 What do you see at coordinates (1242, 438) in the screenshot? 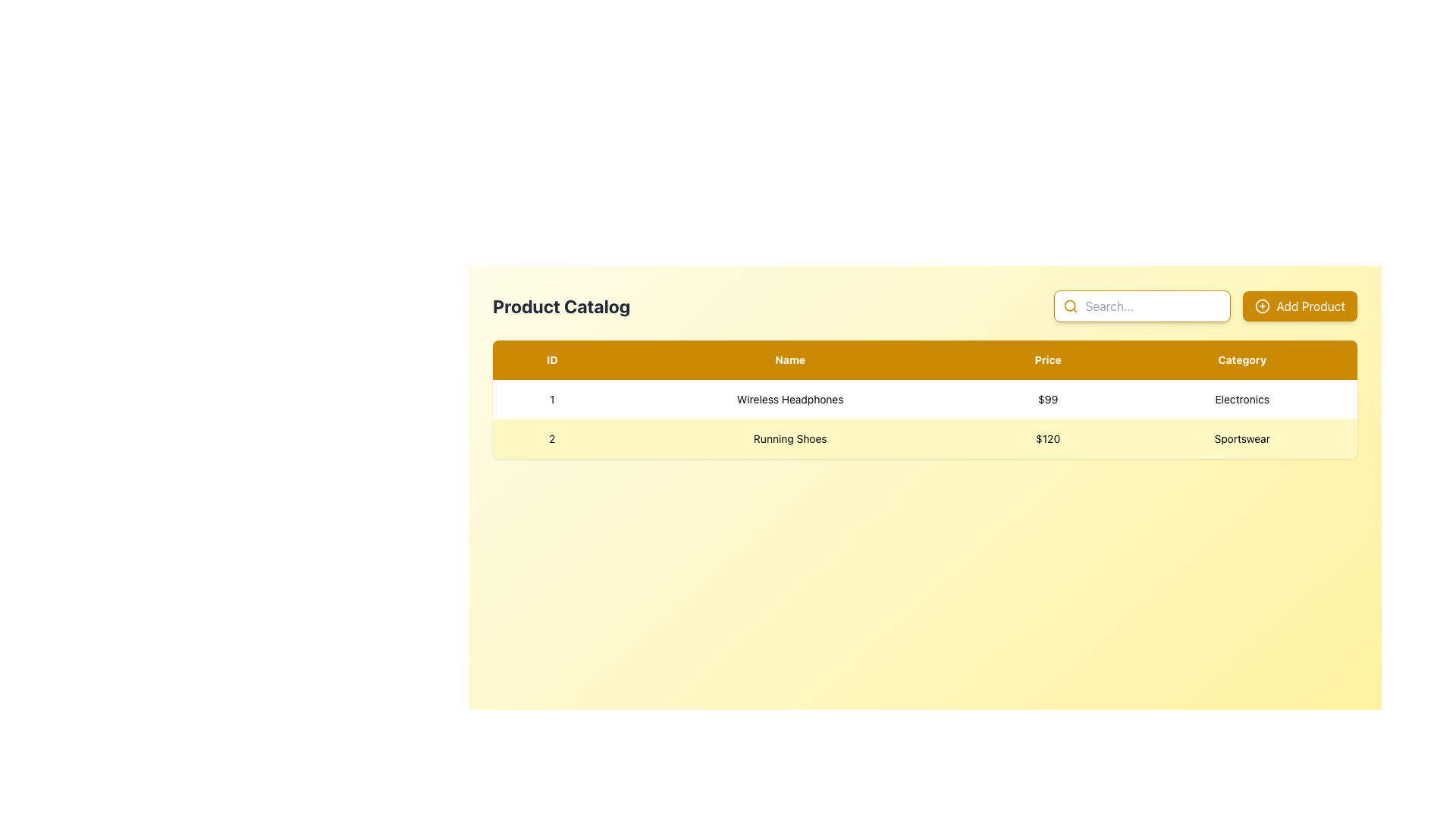
I see `the 'Sportswear' text label` at bounding box center [1242, 438].